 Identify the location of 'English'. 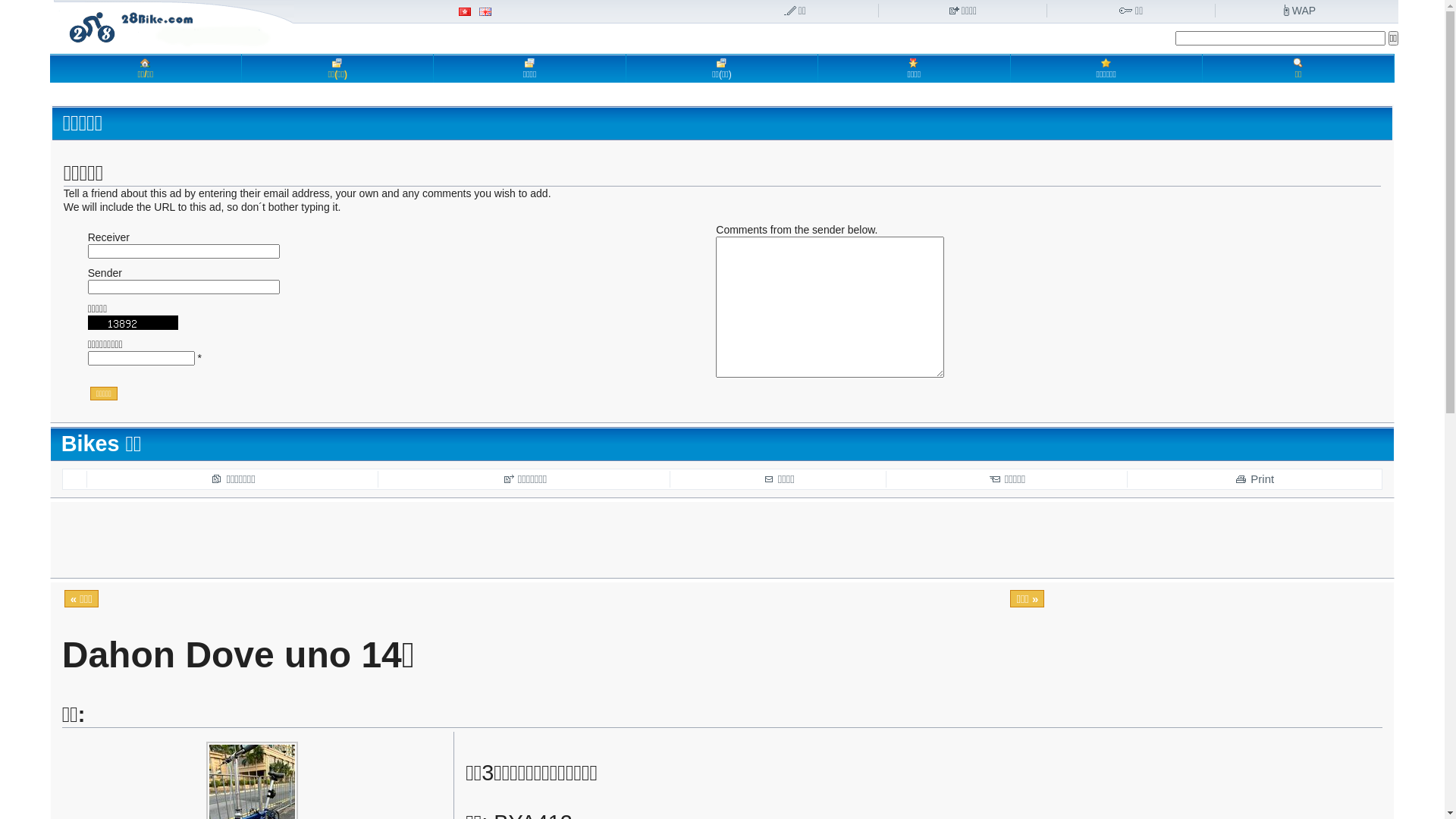
(484, 11).